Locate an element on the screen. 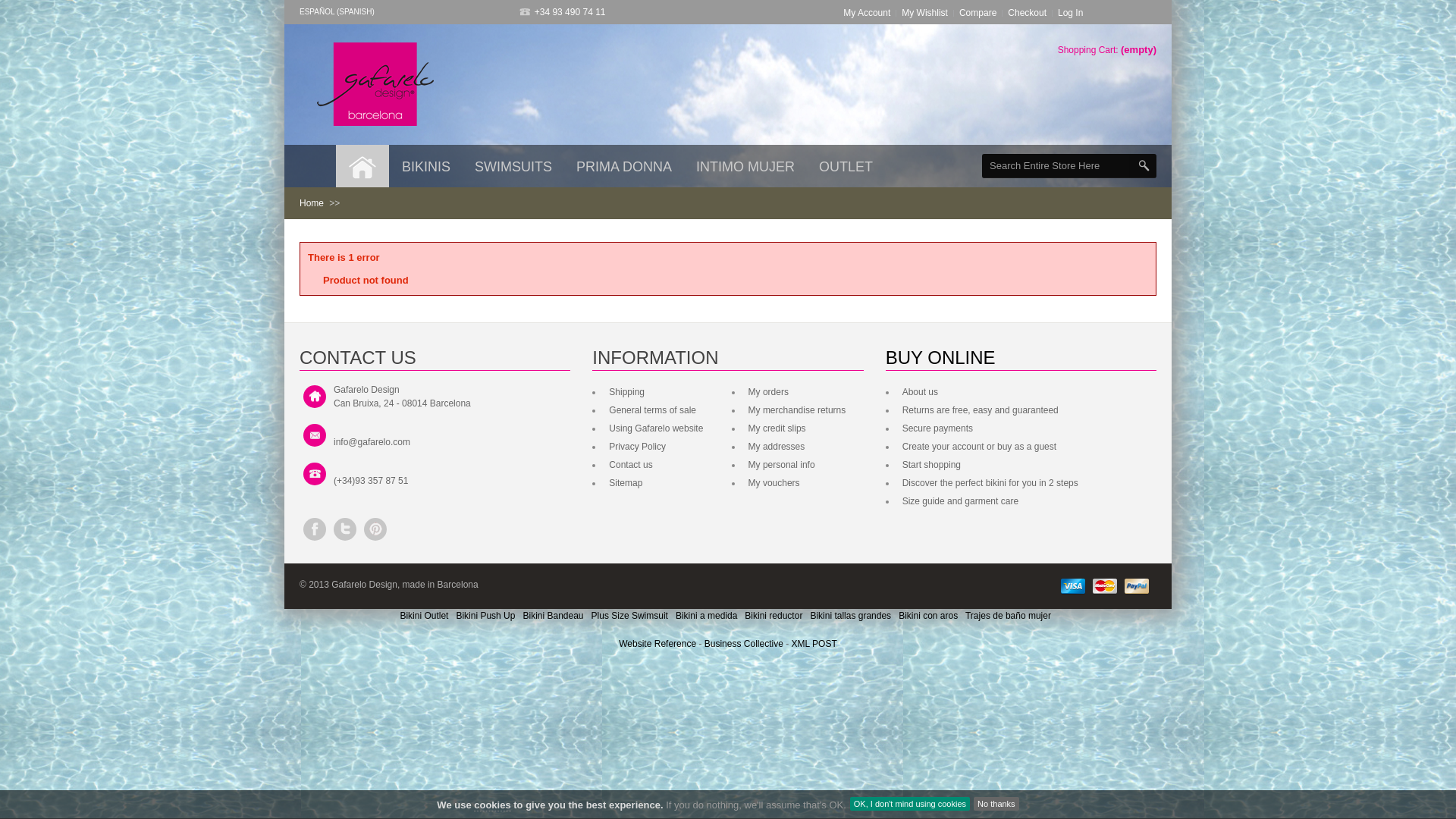 The height and width of the screenshot is (819, 1456). 'BIKINIS' is located at coordinates (390, 166).